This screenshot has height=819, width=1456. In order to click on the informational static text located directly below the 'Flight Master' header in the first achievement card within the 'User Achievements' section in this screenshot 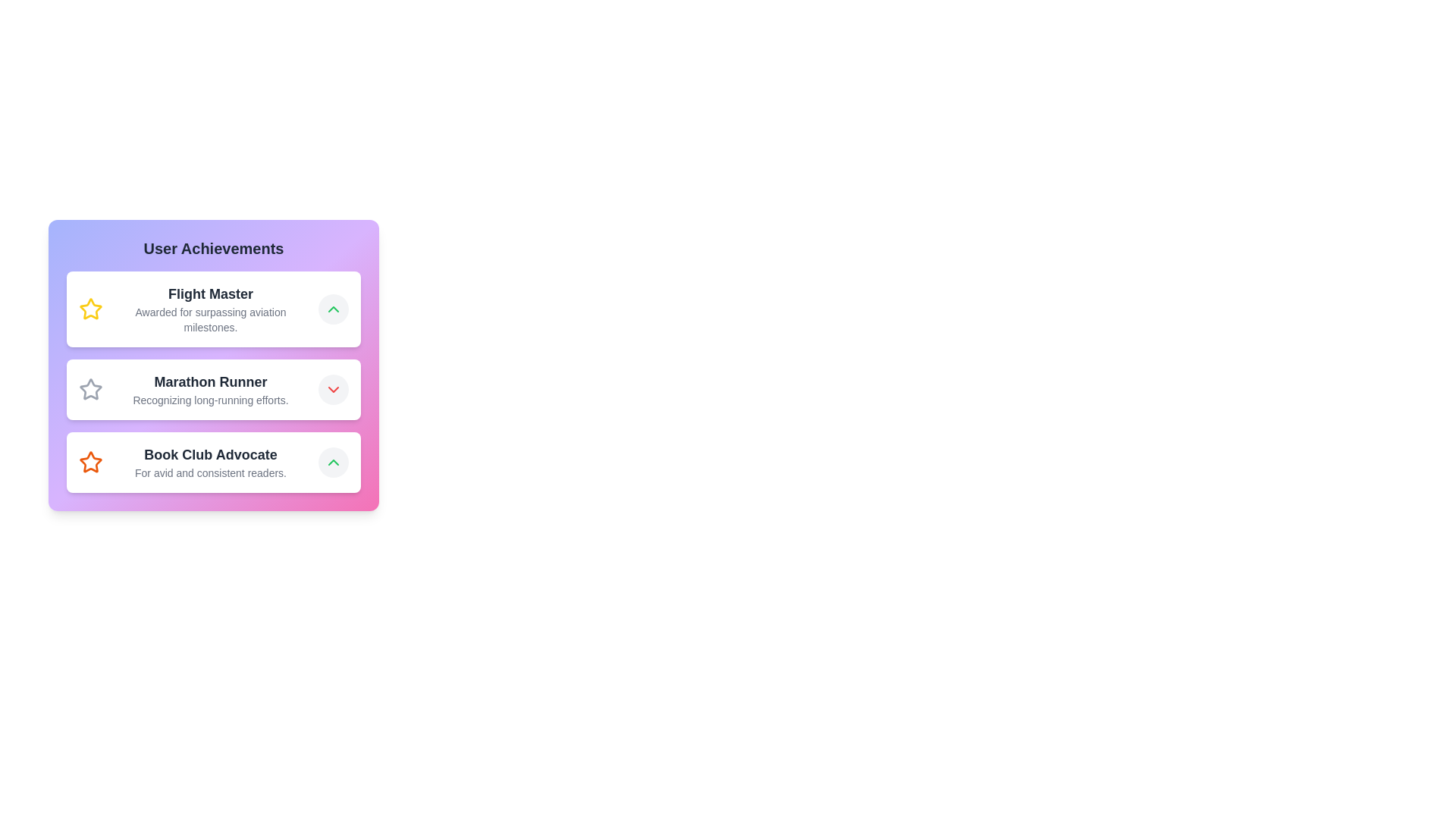, I will do `click(210, 318)`.